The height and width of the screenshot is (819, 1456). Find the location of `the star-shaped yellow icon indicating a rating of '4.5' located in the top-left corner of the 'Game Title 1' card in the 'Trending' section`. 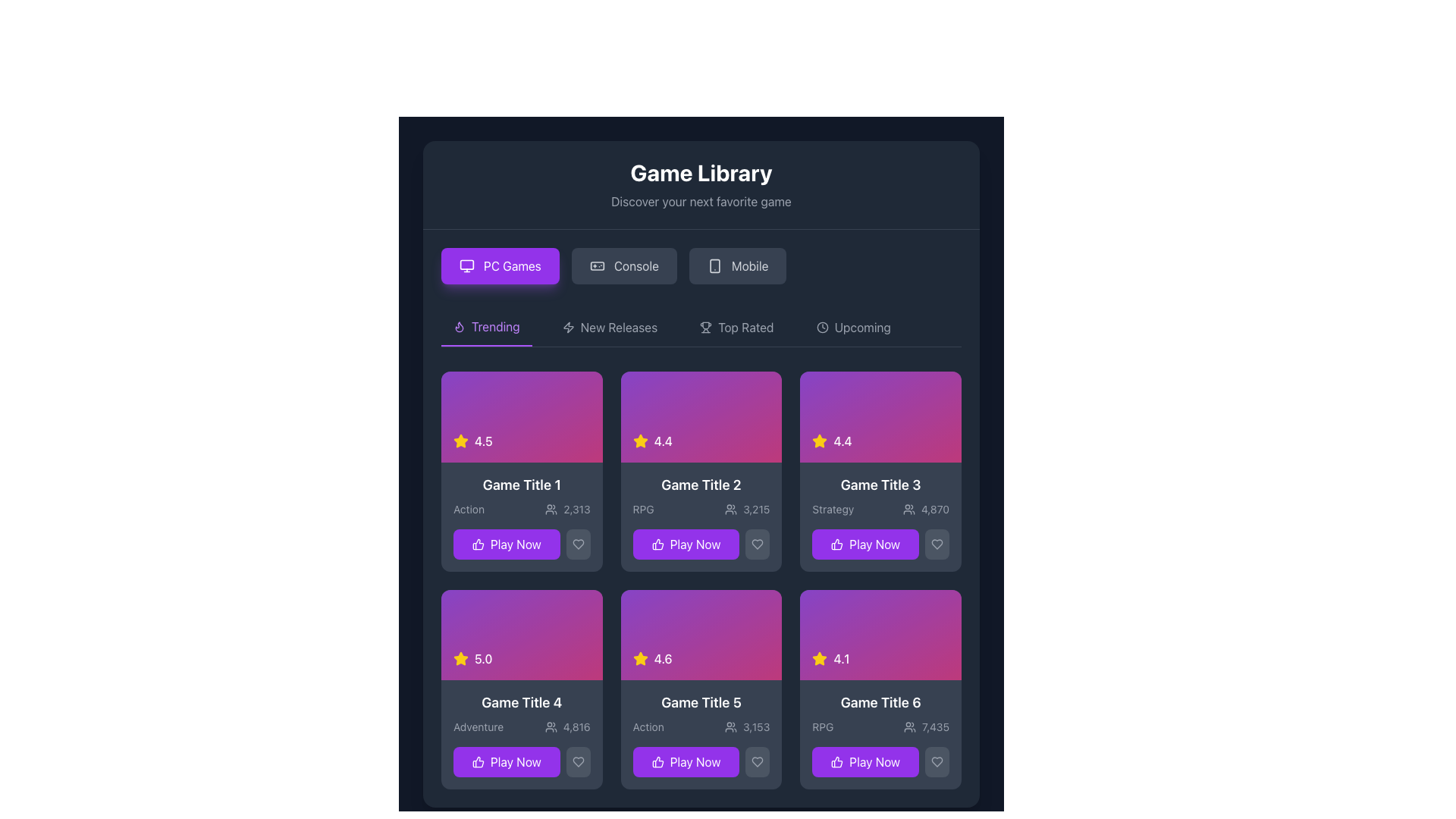

the star-shaped yellow icon indicating a rating of '4.5' located in the top-left corner of the 'Game Title 1' card in the 'Trending' section is located at coordinates (460, 441).